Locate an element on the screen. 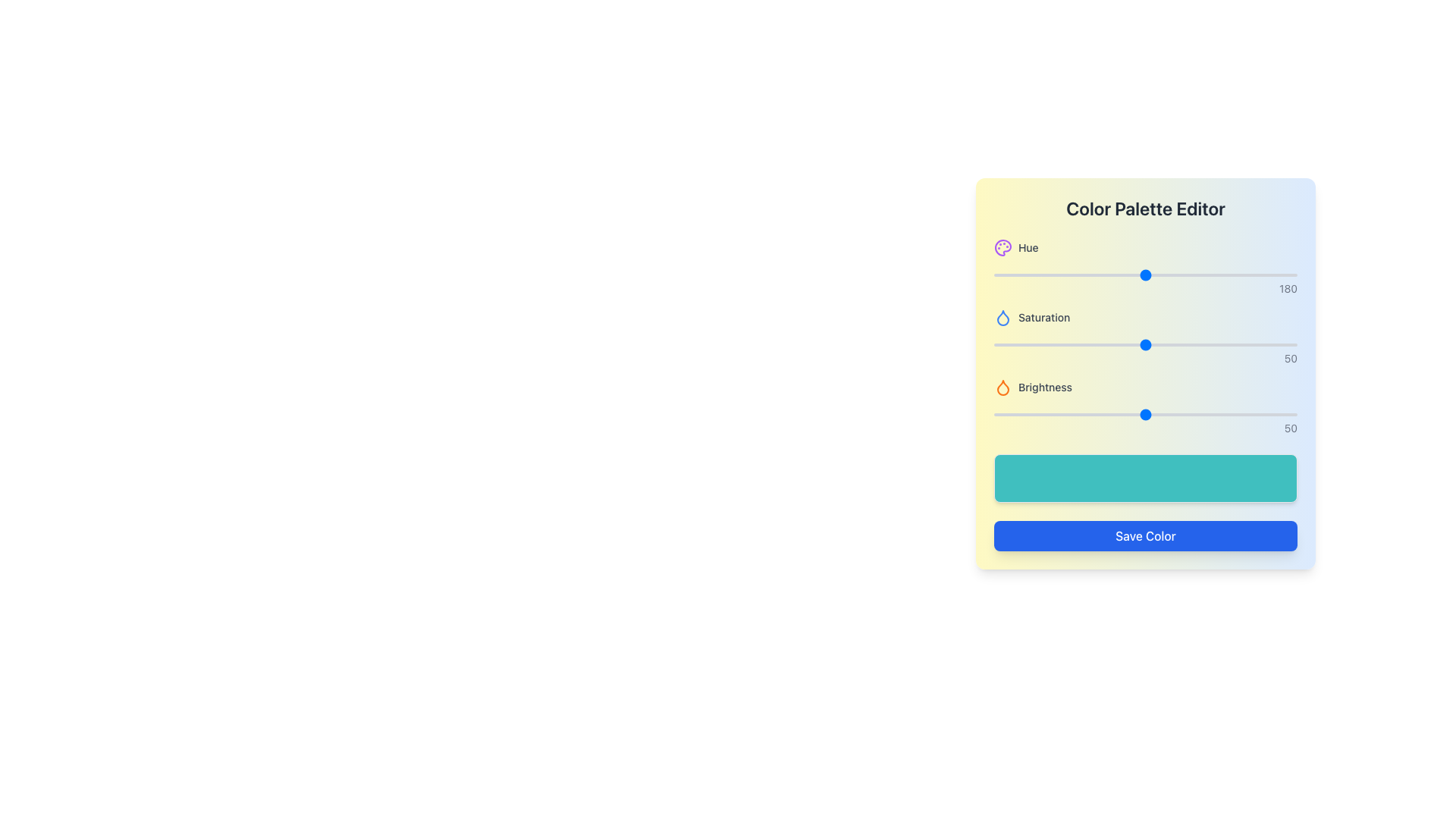 This screenshot has width=1456, height=819. the saturation level is located at coordinates (1291, 345).